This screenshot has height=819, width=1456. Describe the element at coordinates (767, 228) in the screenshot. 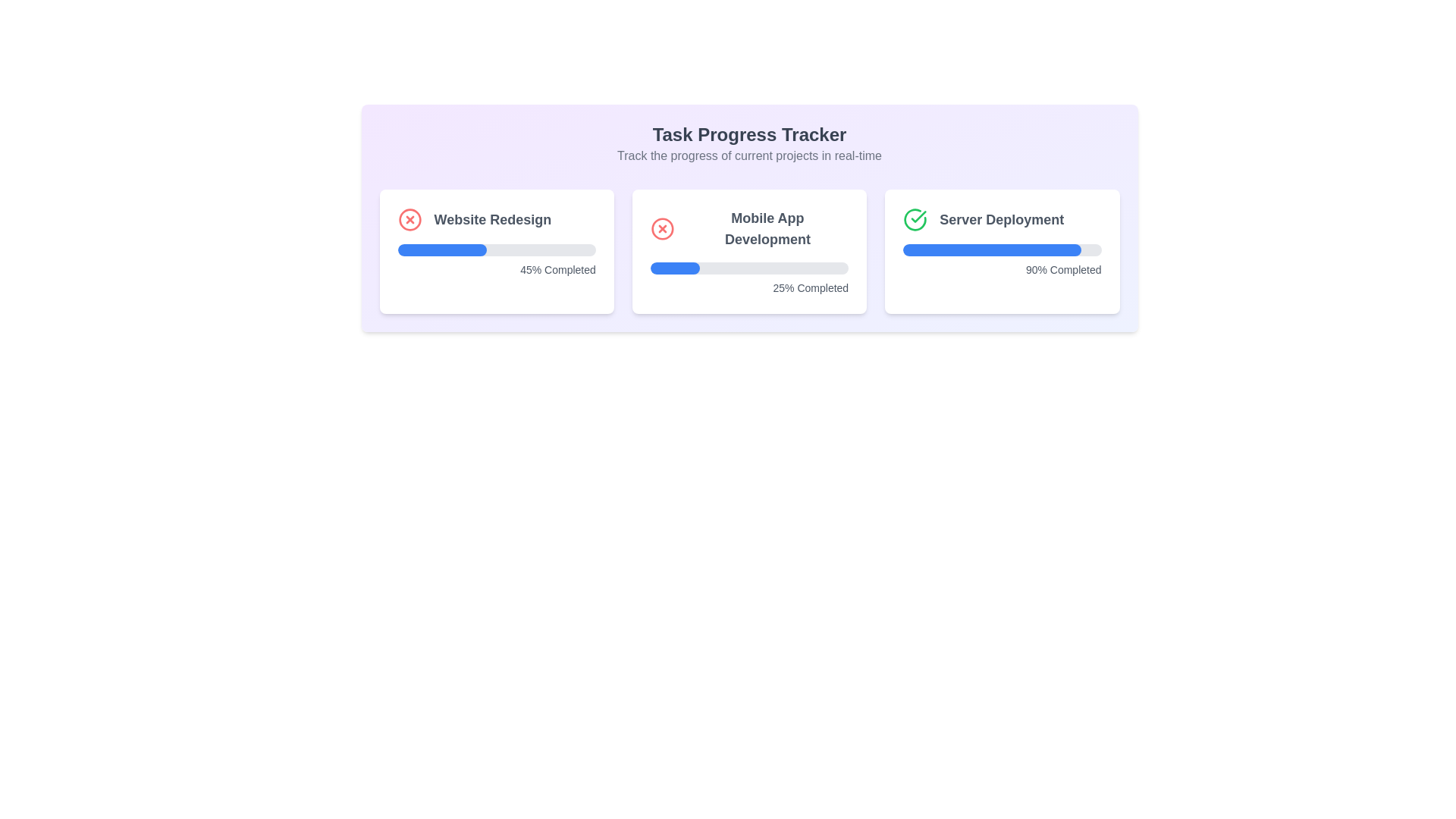

I see `the text label displaying 'Mobile App Development', which is styled with a bold font and gray color, located centrally within a structured card layout` at that location.